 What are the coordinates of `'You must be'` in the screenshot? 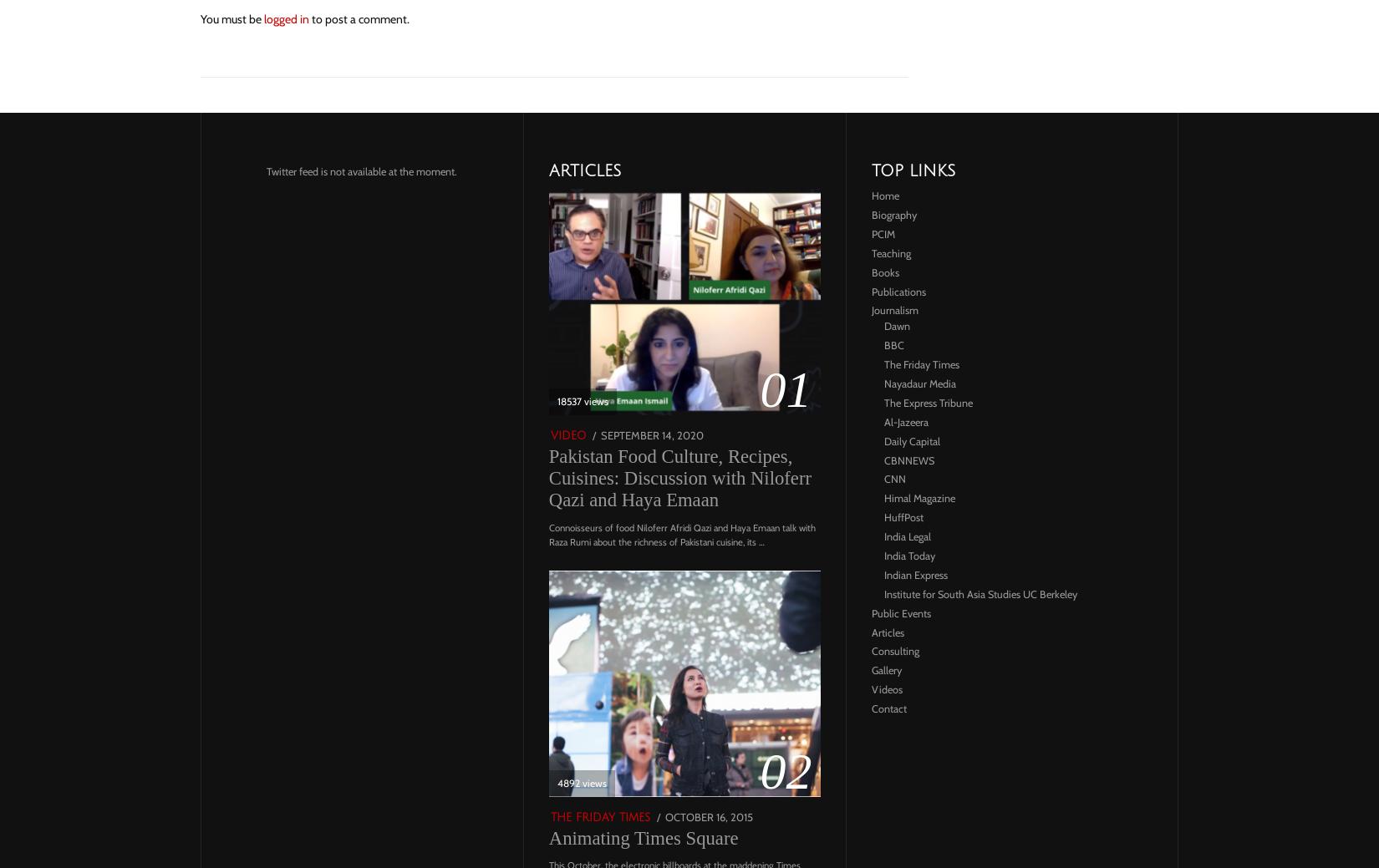 It's located at (232, 18).